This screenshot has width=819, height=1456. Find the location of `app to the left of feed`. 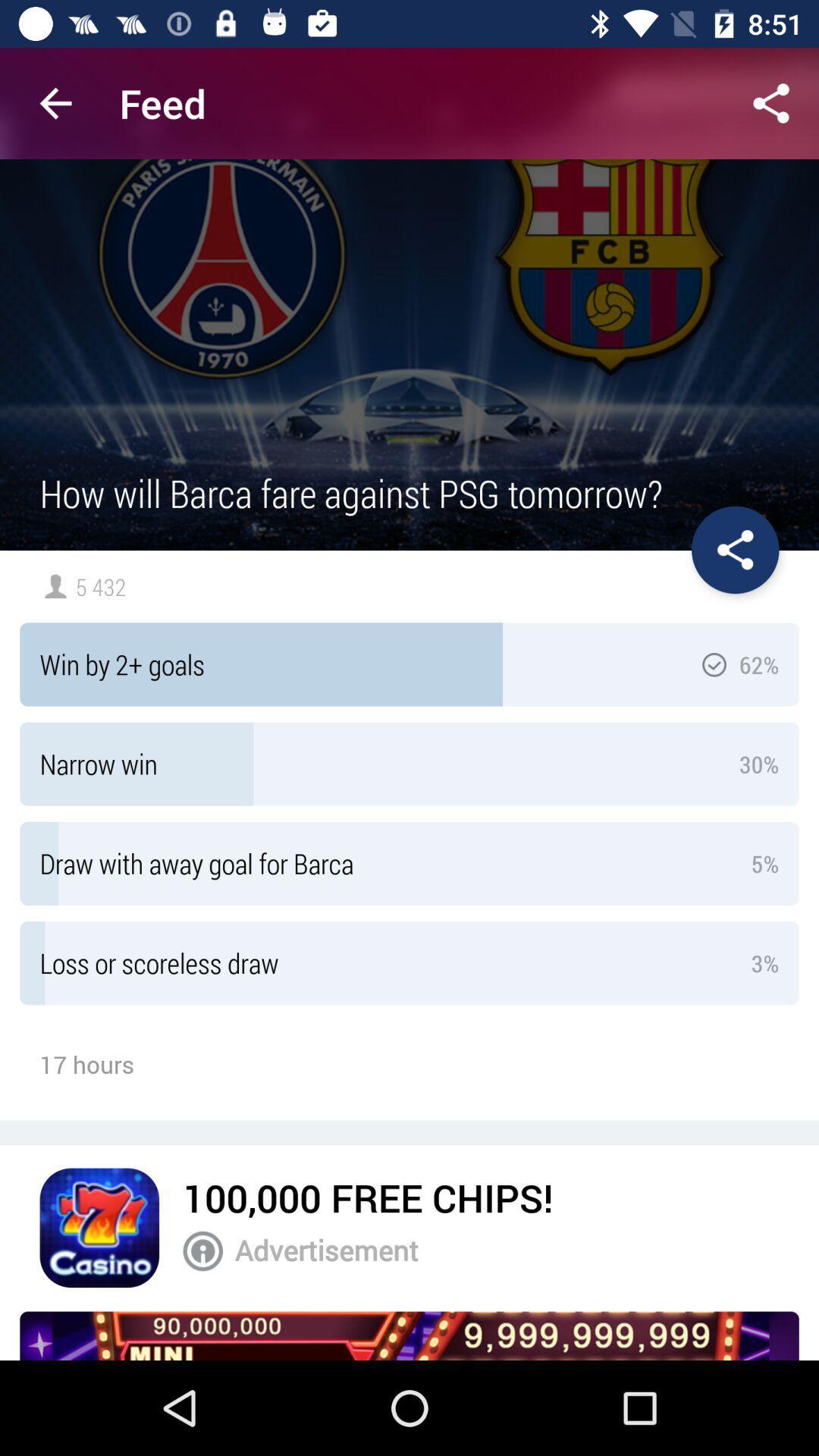

app to the left of feed is located at coordinates (55, 102).